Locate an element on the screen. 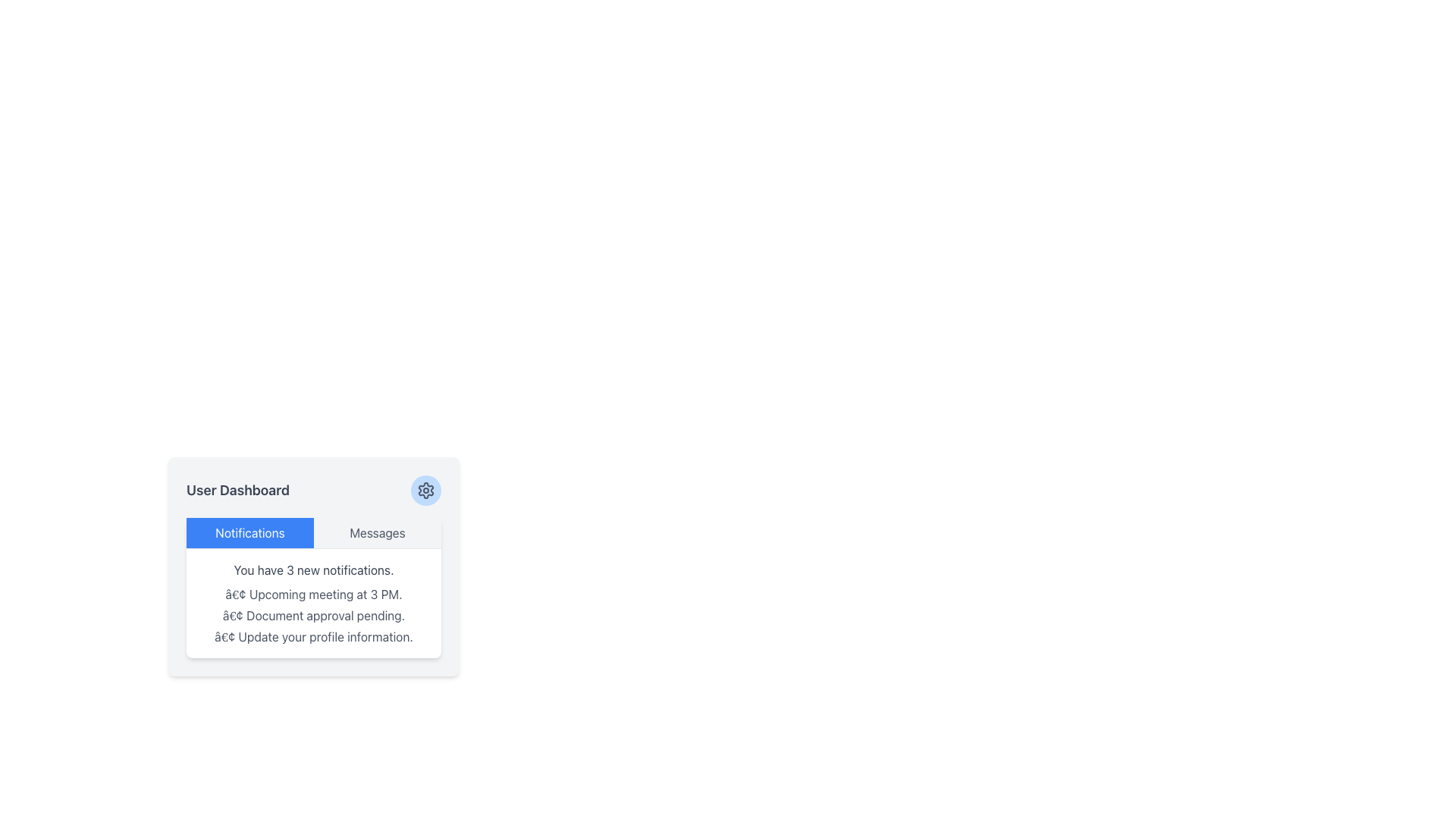 The width and height of the screenshot is (1456, 819). notifications displayed in the textual data panel that contains a header stating 'You have 3 new notifications' and a list of three bullet-pointed statements is located at coordinates (312, 602).